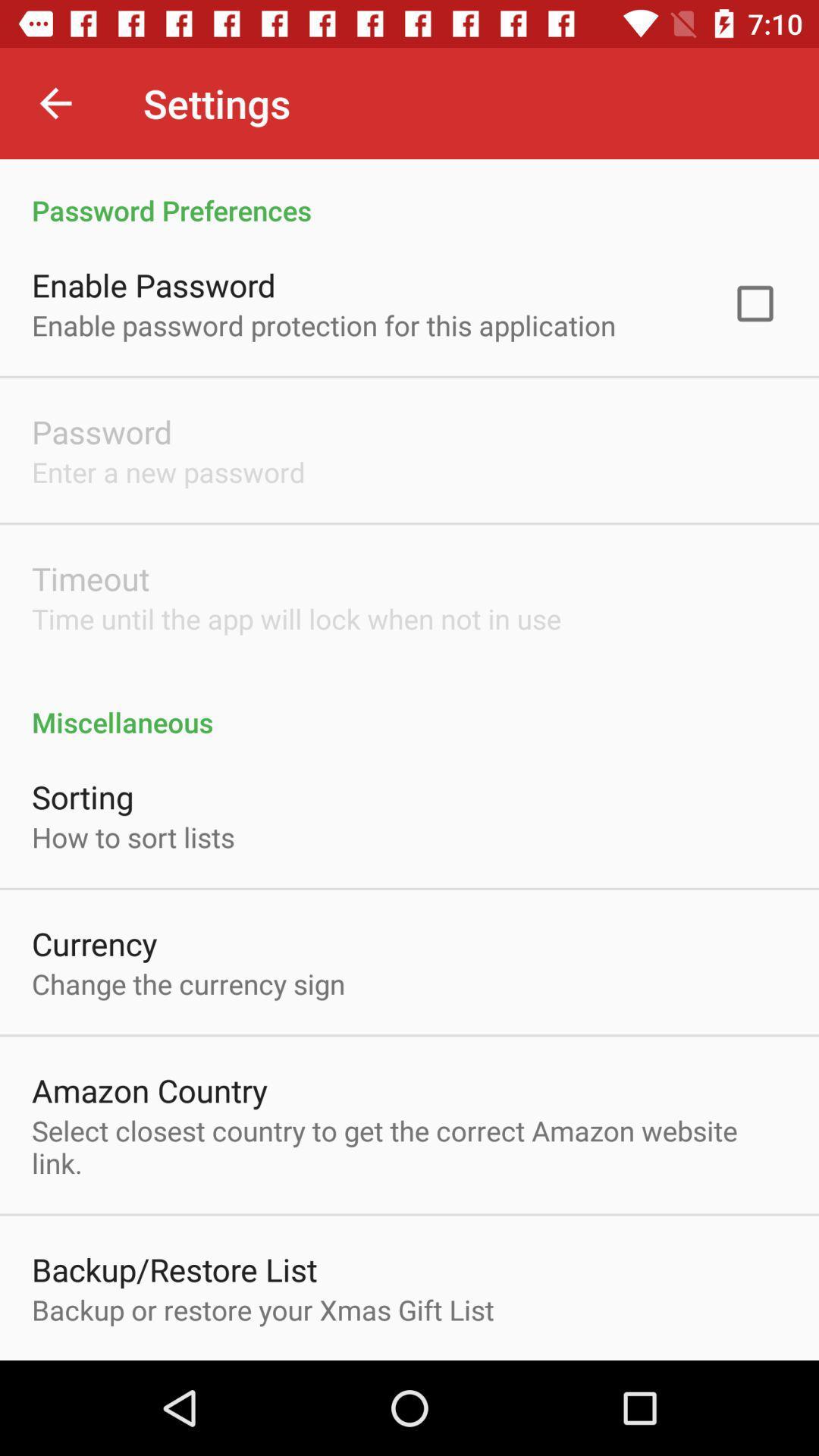 The width and height of the screenshot is (819, 1456). Describe the element at coordinates (409, 193) in the screenshot. I see `the password preferences icon` at that location.